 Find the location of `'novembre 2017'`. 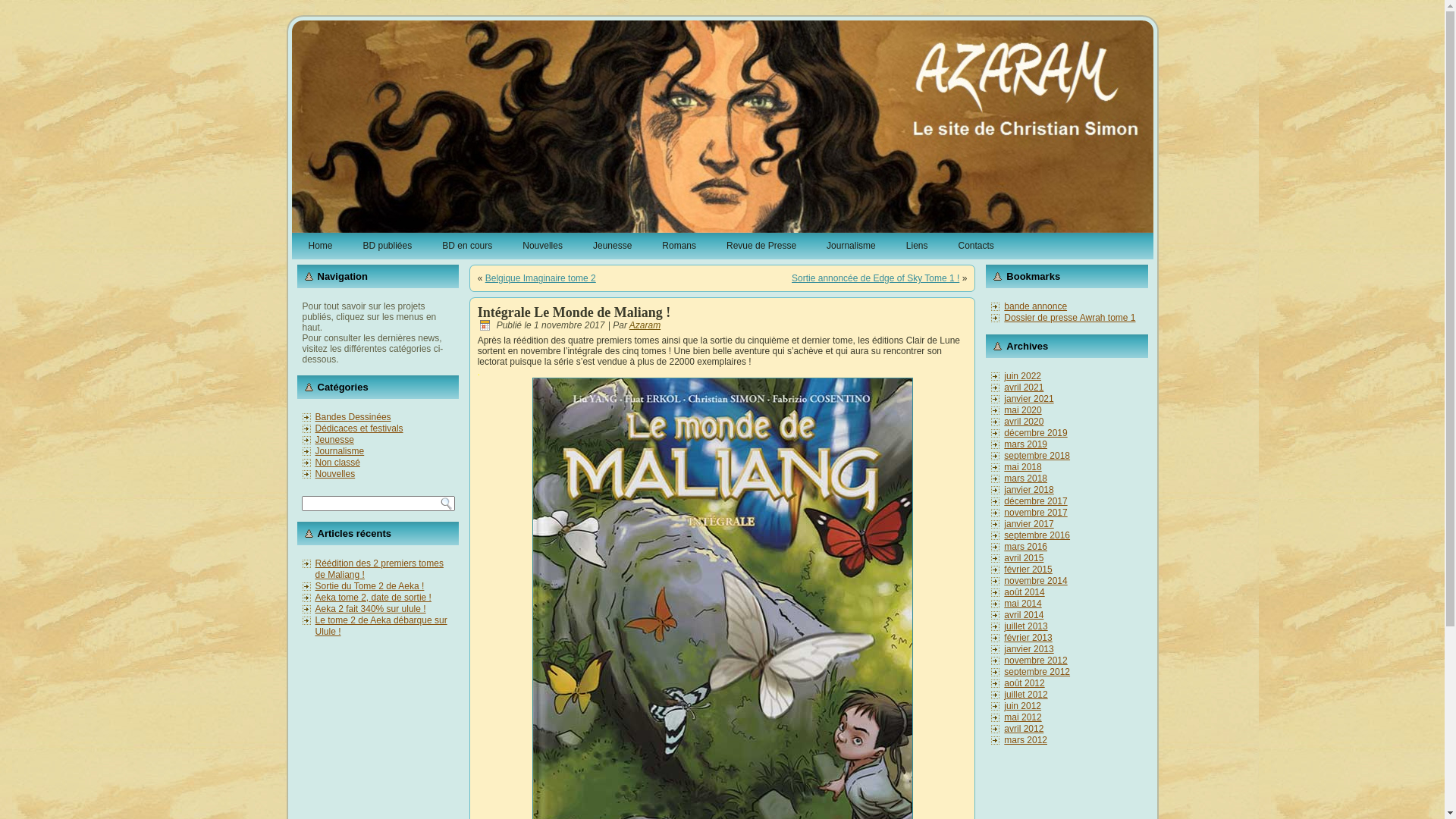

'novembre 2017' is located at coordinates (1034, 512).